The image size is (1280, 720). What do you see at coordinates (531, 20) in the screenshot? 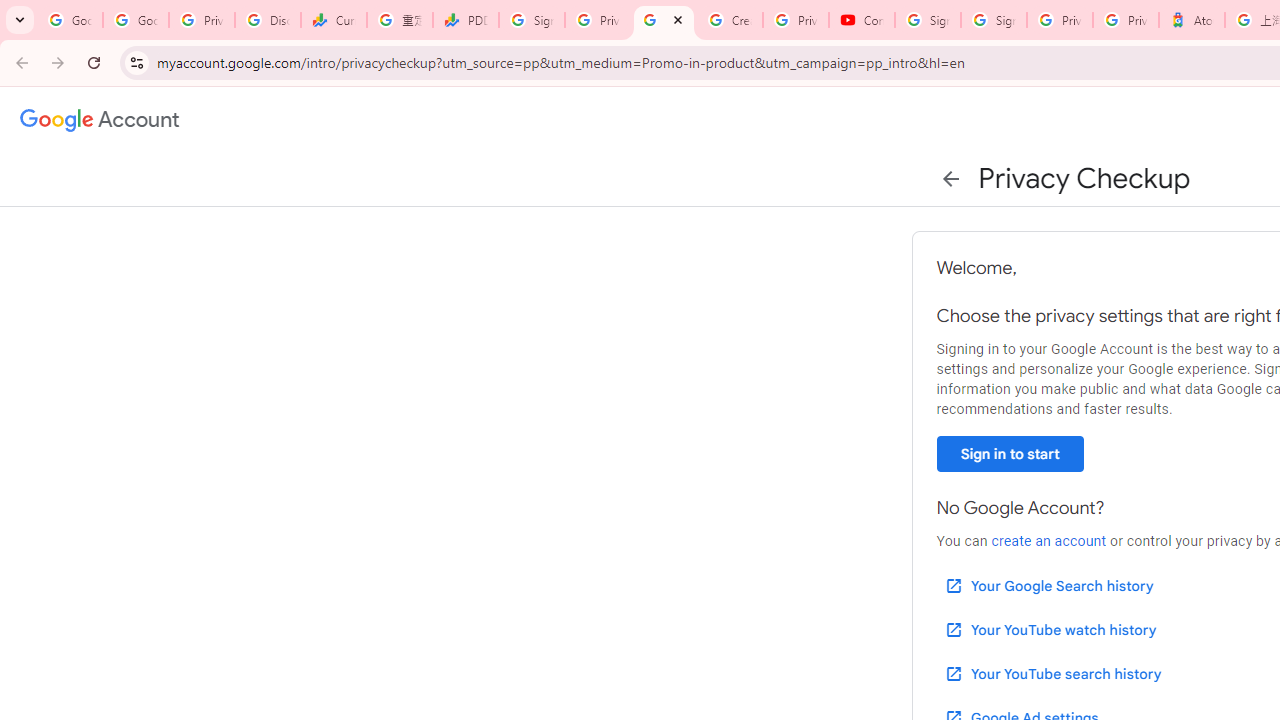
I see `'Sign in - Google Accounts'` at bounding box center [531, 20].